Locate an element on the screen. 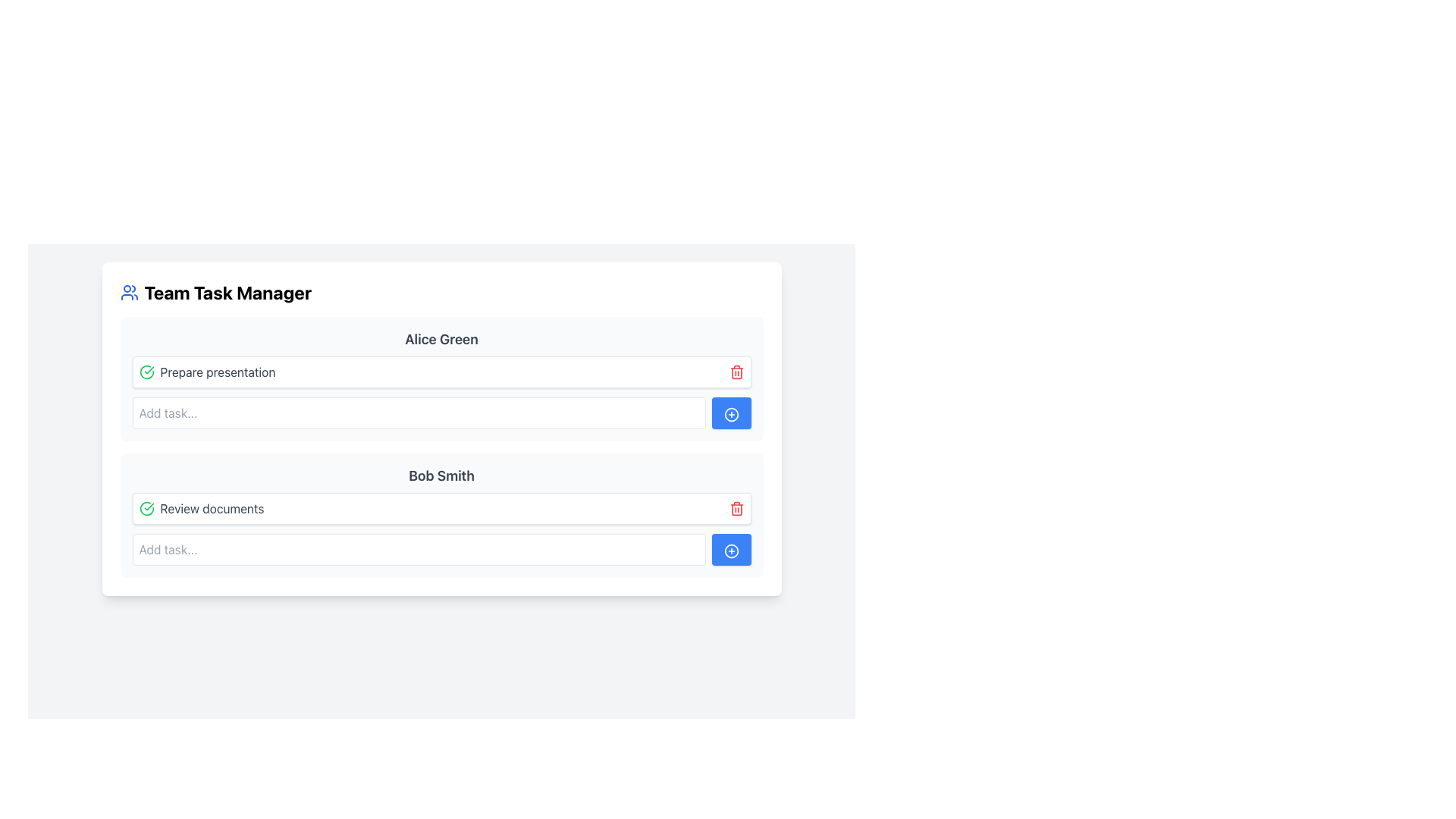 Image resolution: width=1456 pixels, height=819 pixels. the red trash bin icon for deletion functionality, which is located to the far right of the 'Prepare presentation' row is located at coordinates (736, 372).